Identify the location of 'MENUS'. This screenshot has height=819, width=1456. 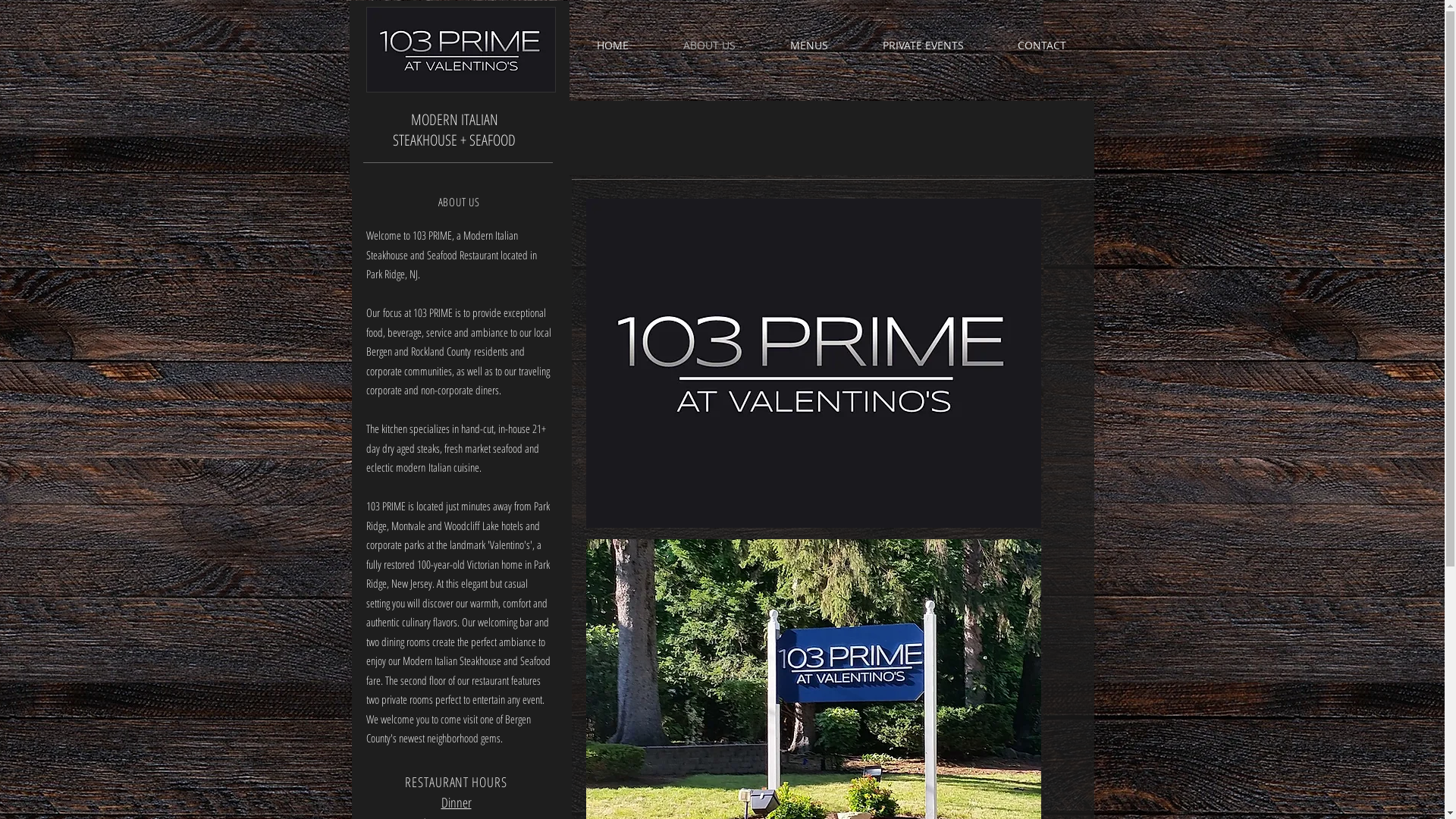
(763, 45).